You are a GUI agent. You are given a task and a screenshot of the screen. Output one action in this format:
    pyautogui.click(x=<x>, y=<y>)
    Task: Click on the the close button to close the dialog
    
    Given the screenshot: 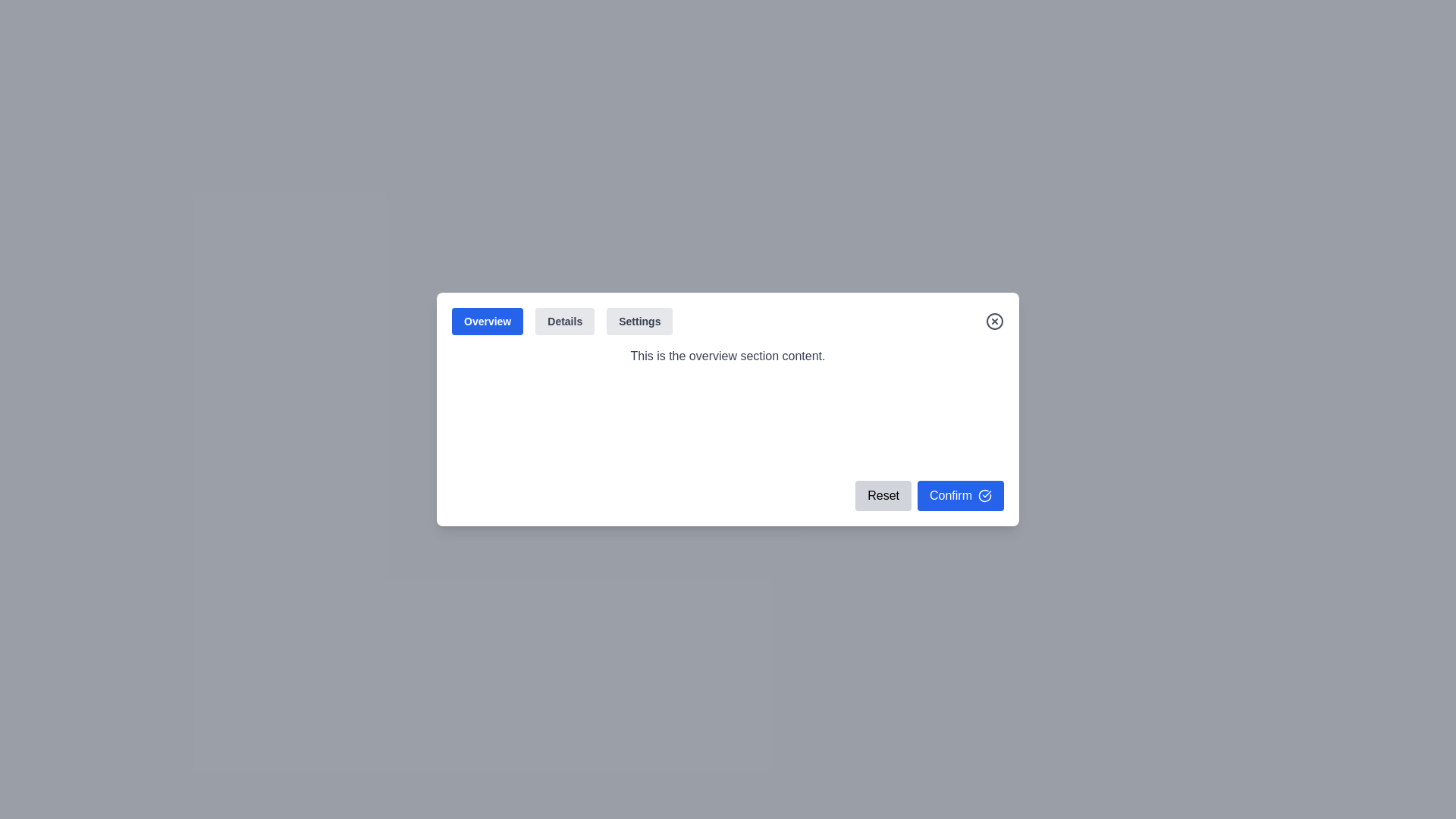 What is the action you would take?
    pyautogui.click(x=994, y=321)
    